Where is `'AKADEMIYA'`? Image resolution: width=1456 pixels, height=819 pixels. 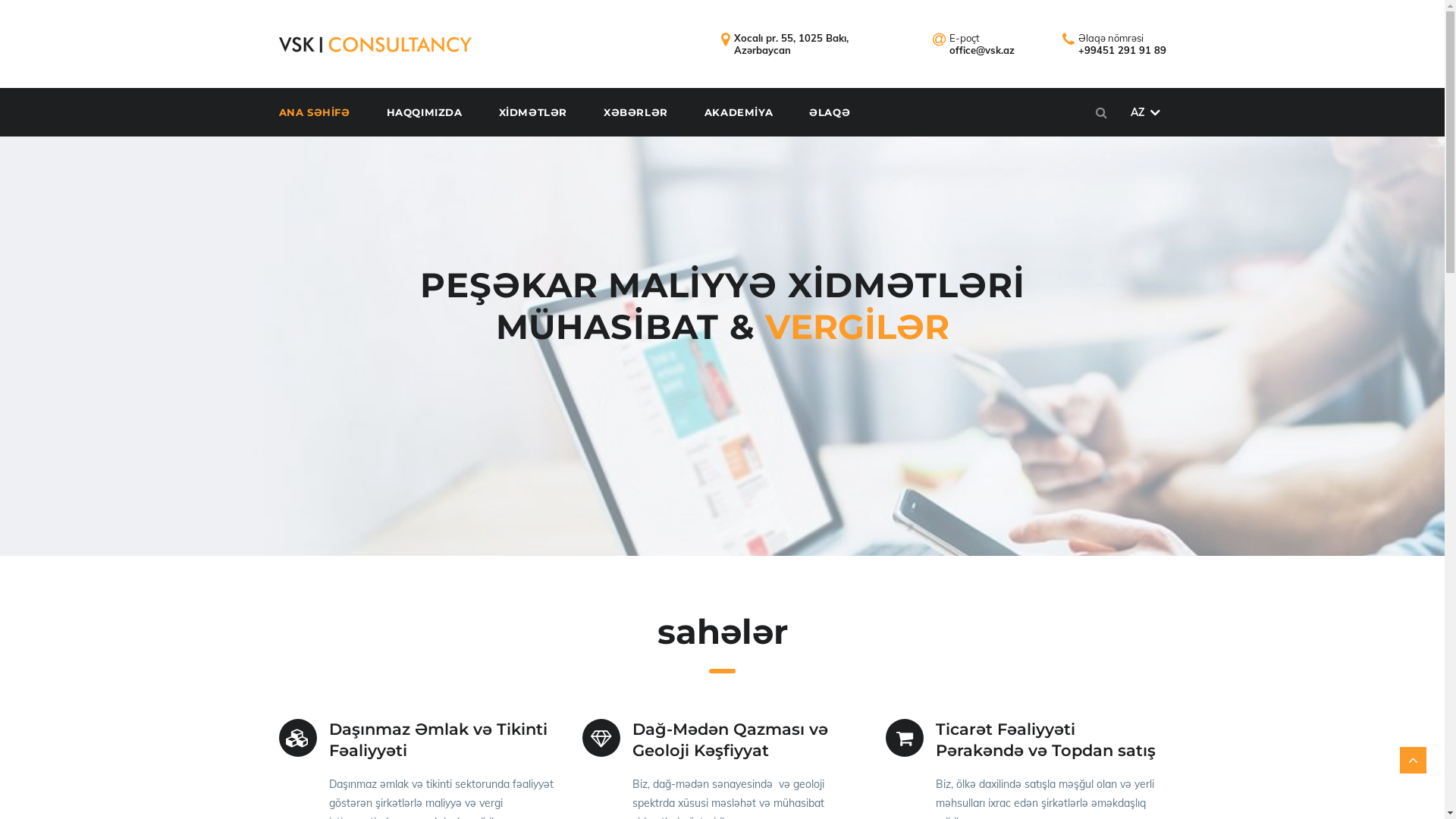 'AKADEMIYA' is located at coordinates (755, 111).